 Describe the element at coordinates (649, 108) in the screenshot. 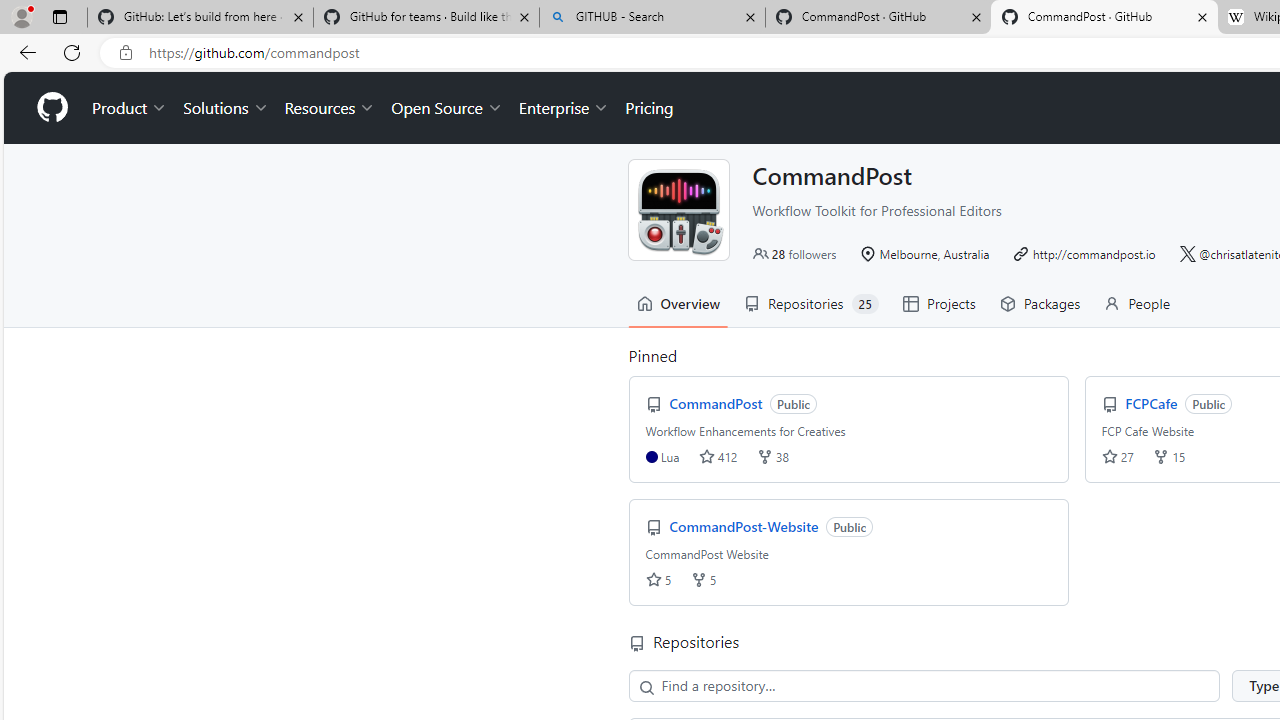

I see `'Pricing'` at that location.